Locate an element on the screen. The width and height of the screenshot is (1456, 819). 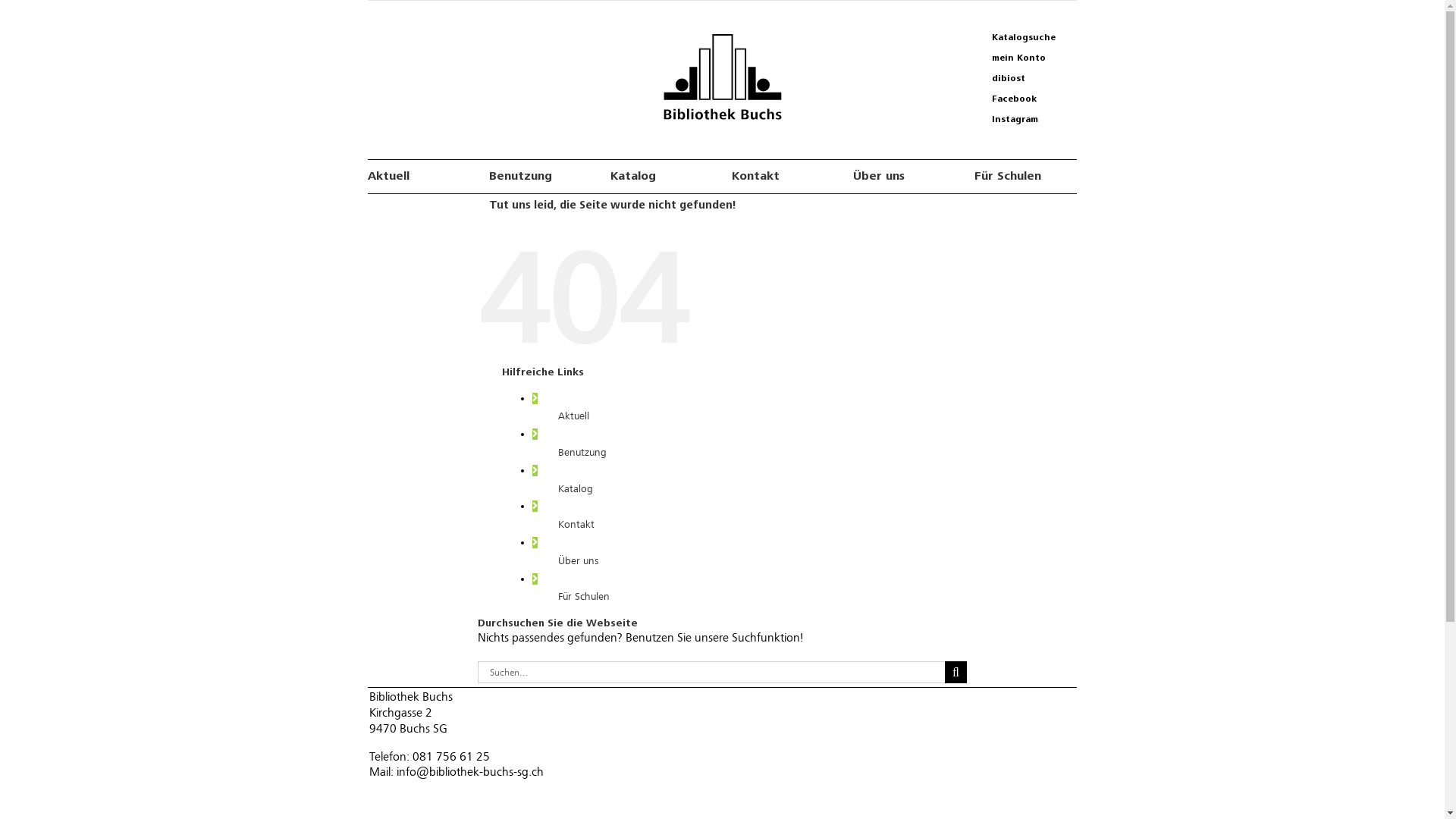
'Aktuell' is located at coordinates (573, 416).